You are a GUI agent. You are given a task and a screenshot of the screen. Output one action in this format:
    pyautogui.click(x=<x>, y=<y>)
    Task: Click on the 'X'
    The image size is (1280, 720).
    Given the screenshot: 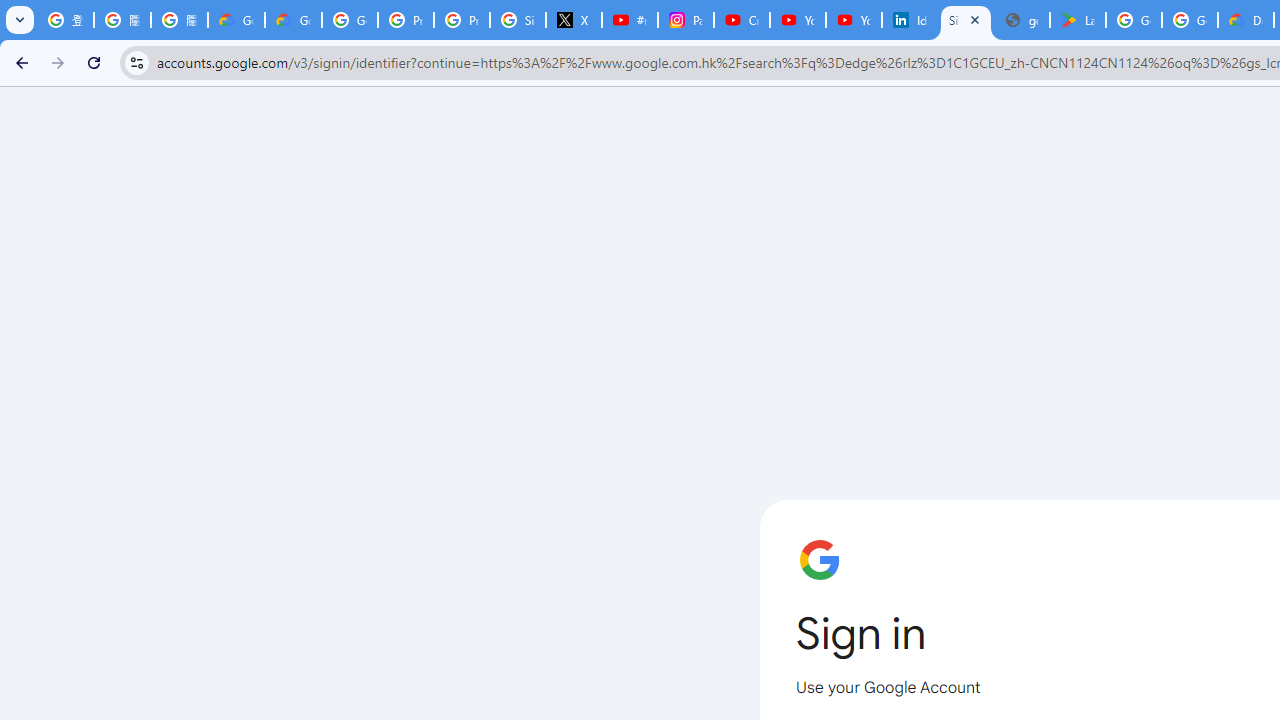 What is the action you would take?
    pyautogui.click(x=573, y=20)
    